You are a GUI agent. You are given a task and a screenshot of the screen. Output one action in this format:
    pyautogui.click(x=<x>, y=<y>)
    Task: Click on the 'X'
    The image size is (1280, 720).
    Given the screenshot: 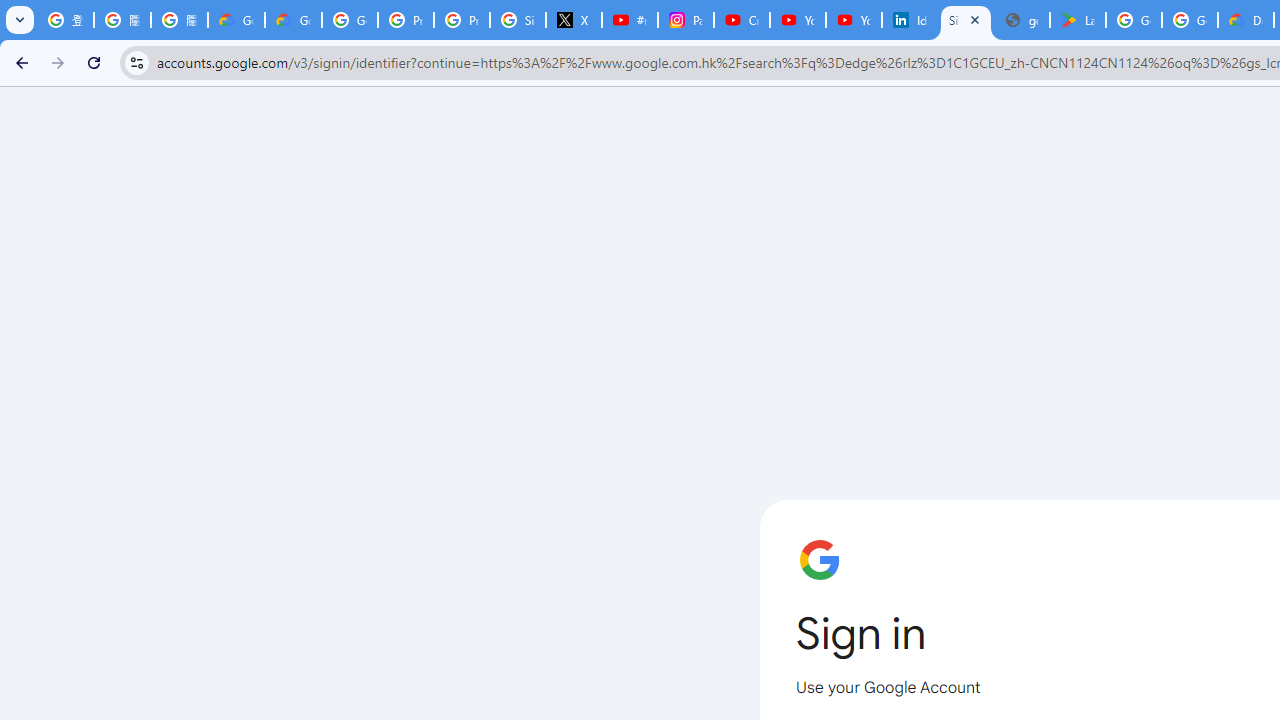 What is the action you would take?
    pyautogui.click(x=573, y=20)
    